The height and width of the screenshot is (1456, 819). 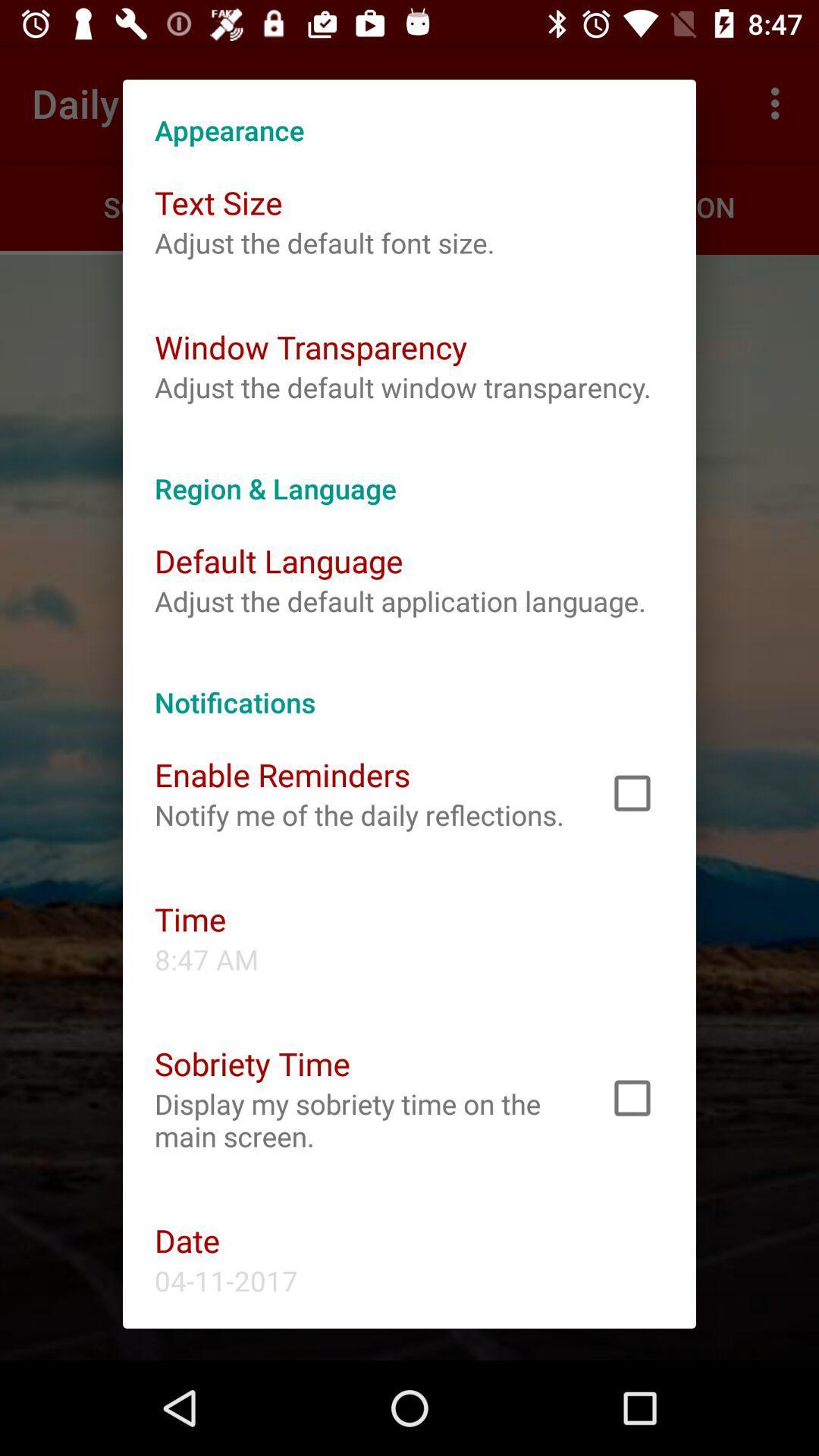 I want to click on the 04-11-2017, so click(x=226, y=1280).